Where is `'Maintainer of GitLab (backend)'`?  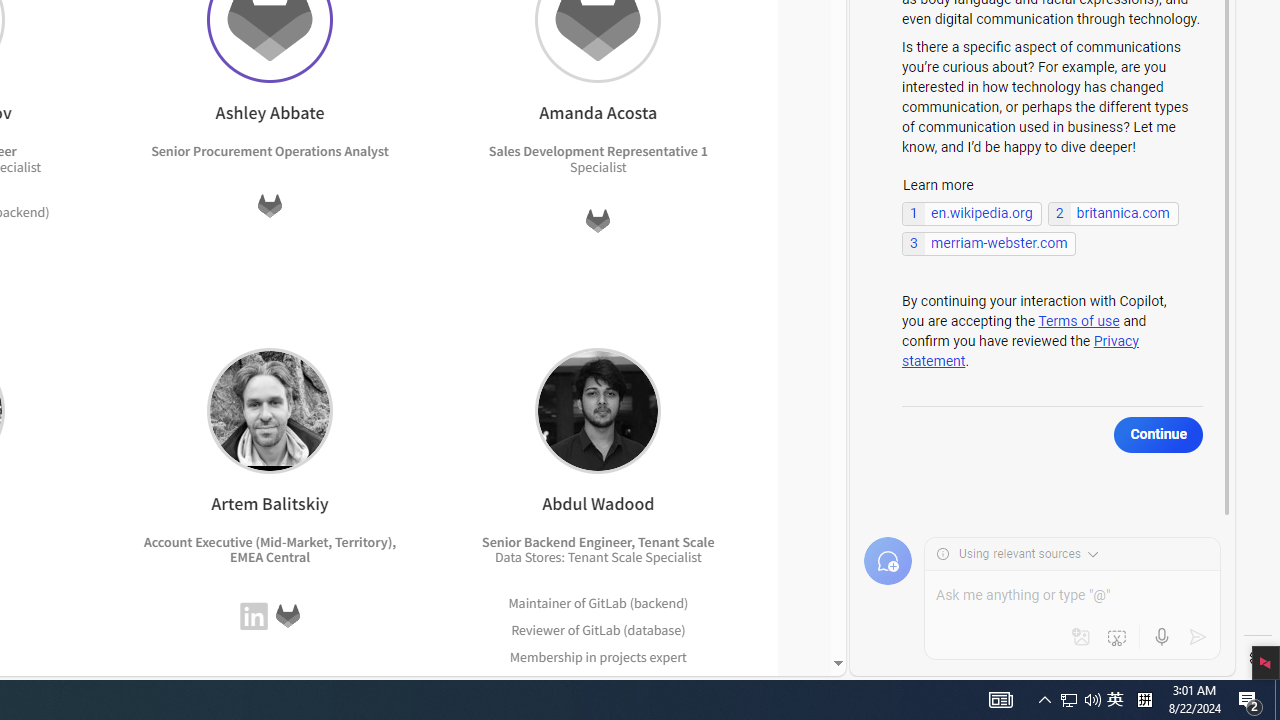
'Maintainer of GitLab (backend)' is located at coordinates (597, 601).